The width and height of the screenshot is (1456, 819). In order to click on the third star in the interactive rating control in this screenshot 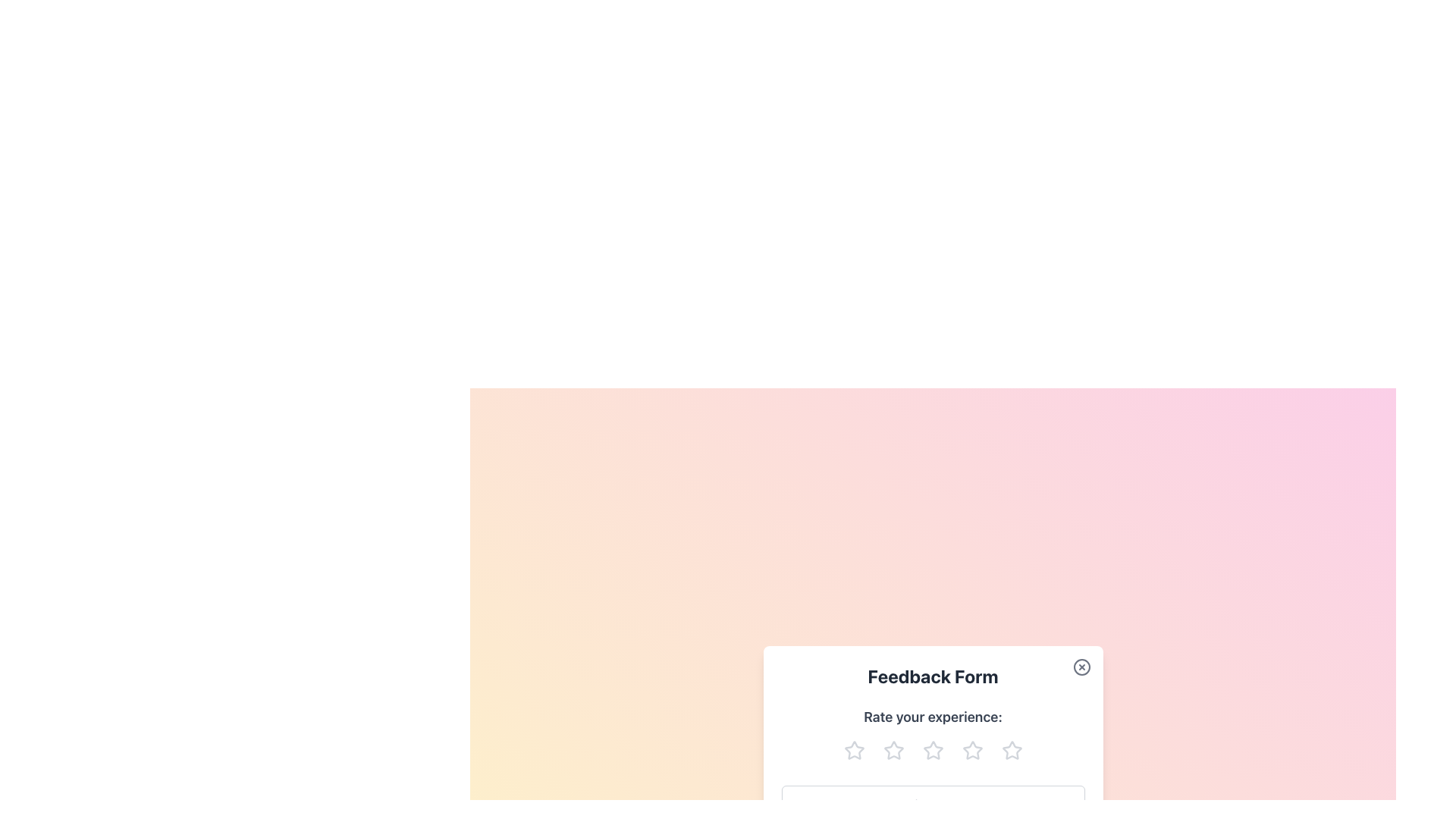, I will do `click(932, 751)`.